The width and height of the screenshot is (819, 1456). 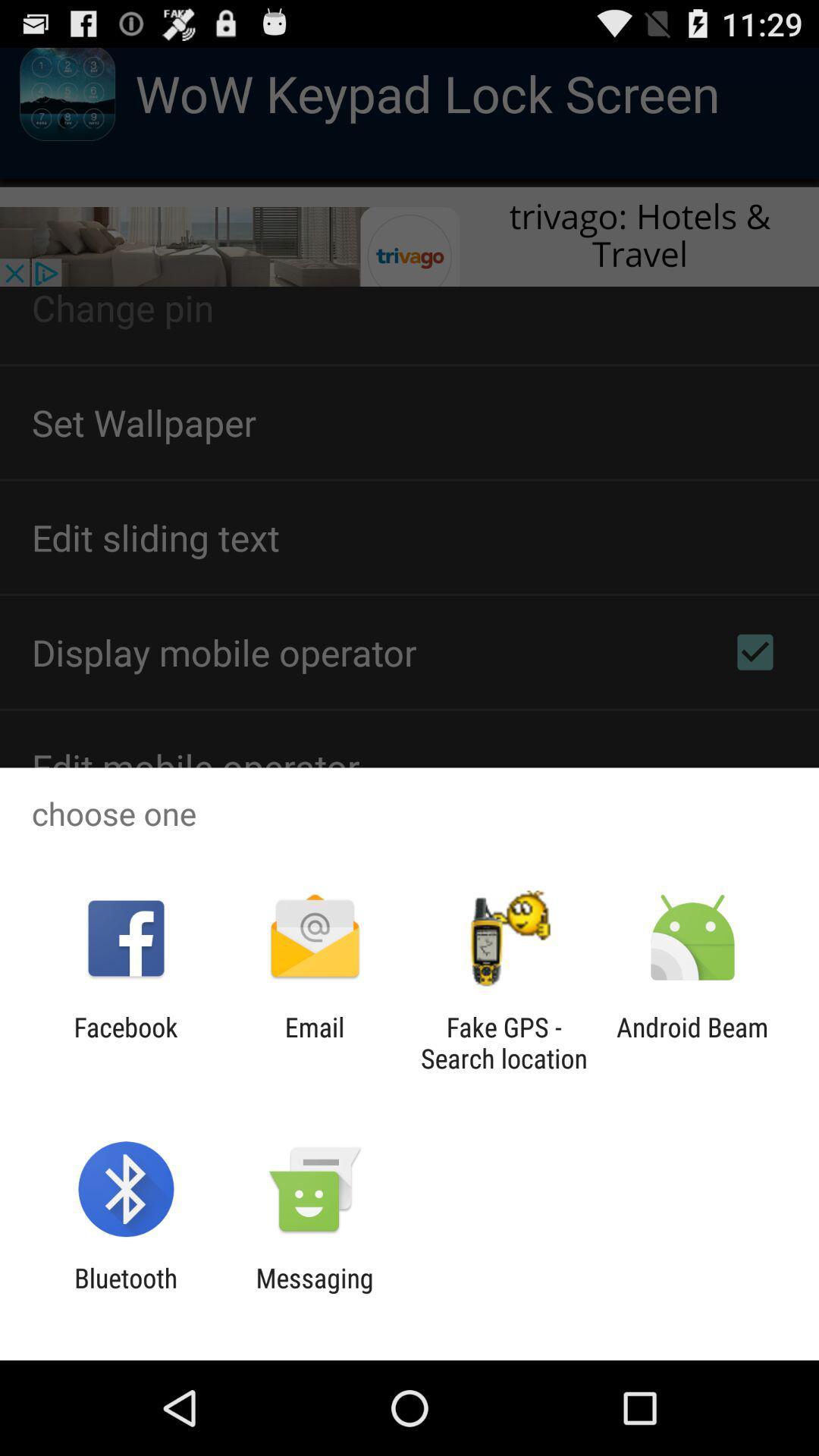 I want to click on the item to the left of fake gps search icon, so click(x=314, y=1042).